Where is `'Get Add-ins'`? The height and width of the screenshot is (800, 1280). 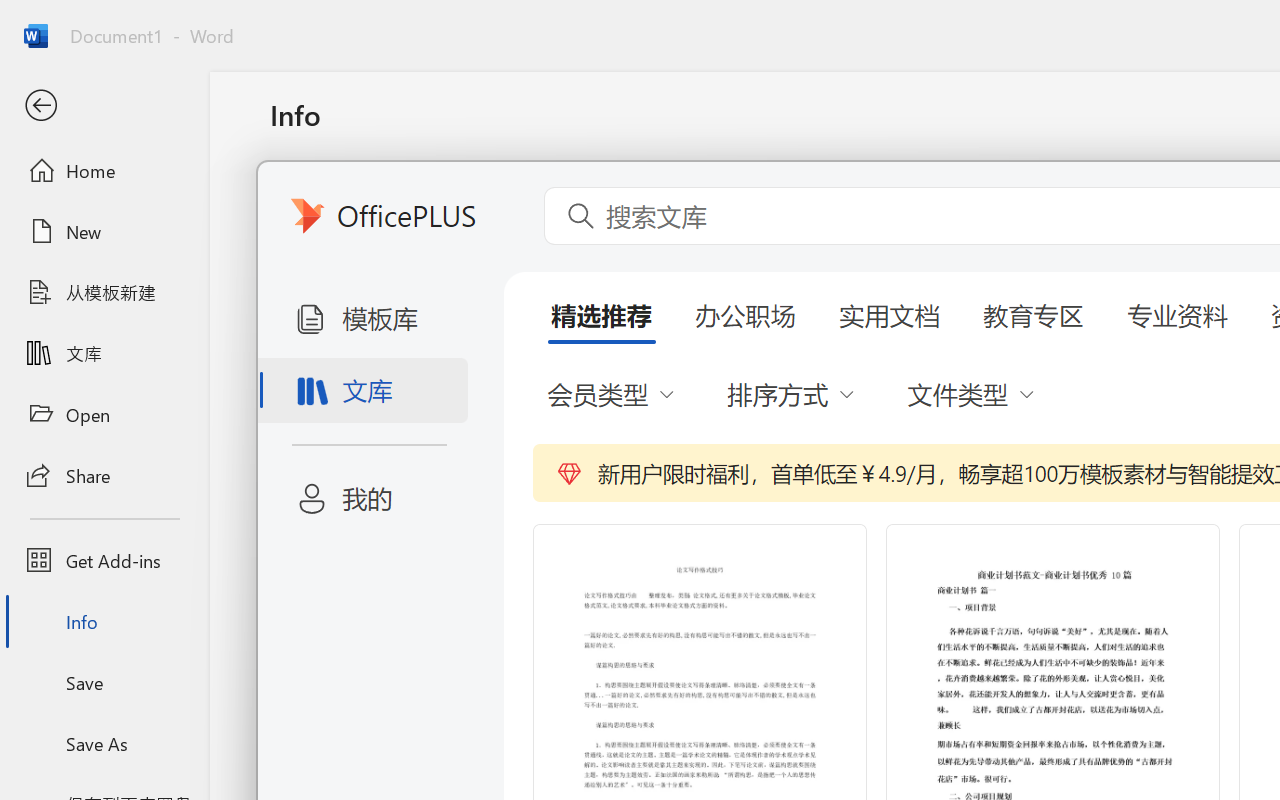
'Get Add-ins' is located at coordinates (103, 560).